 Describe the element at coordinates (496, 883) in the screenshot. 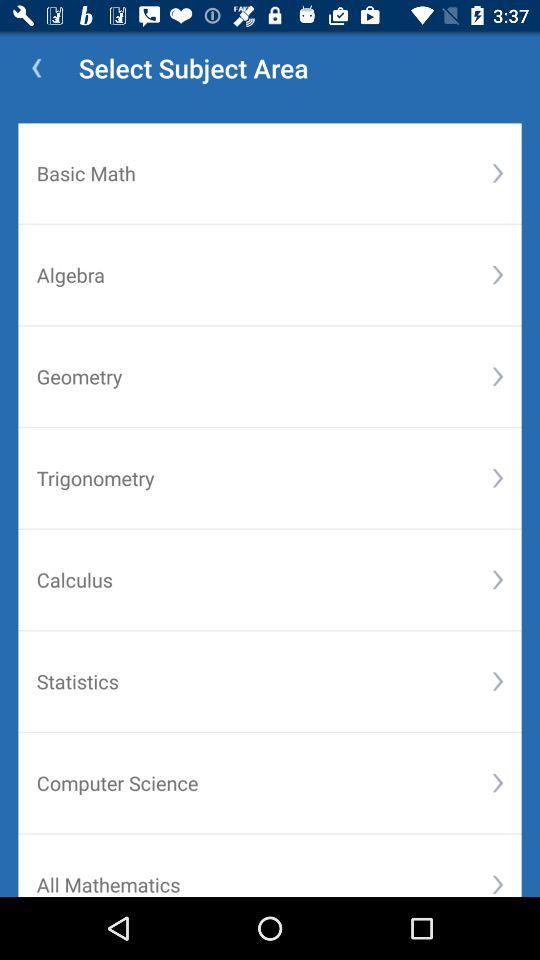

I see `the icon to the right of all mathematics icon` at that location.